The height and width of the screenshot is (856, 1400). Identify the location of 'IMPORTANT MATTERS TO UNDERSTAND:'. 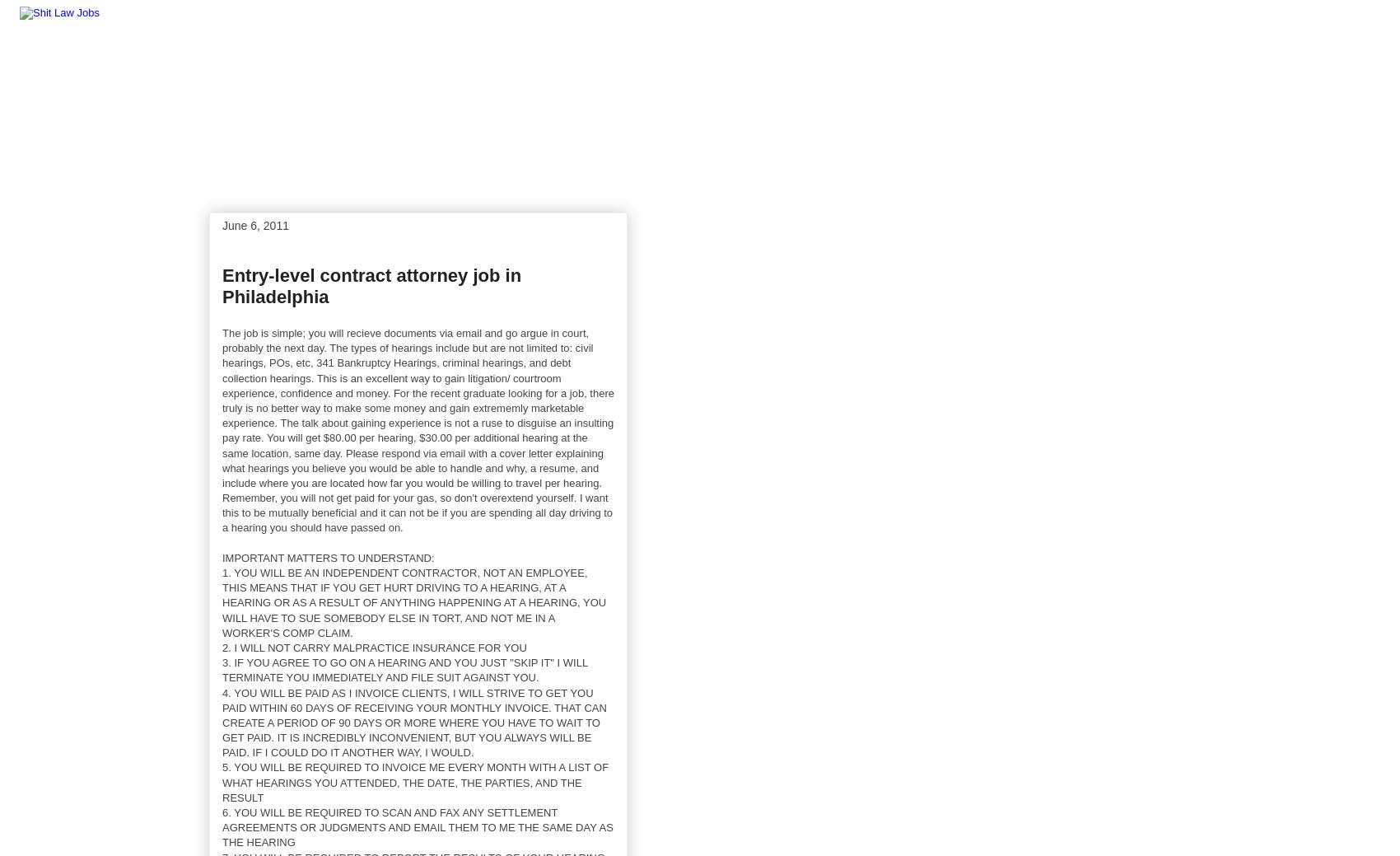
(327, 557).